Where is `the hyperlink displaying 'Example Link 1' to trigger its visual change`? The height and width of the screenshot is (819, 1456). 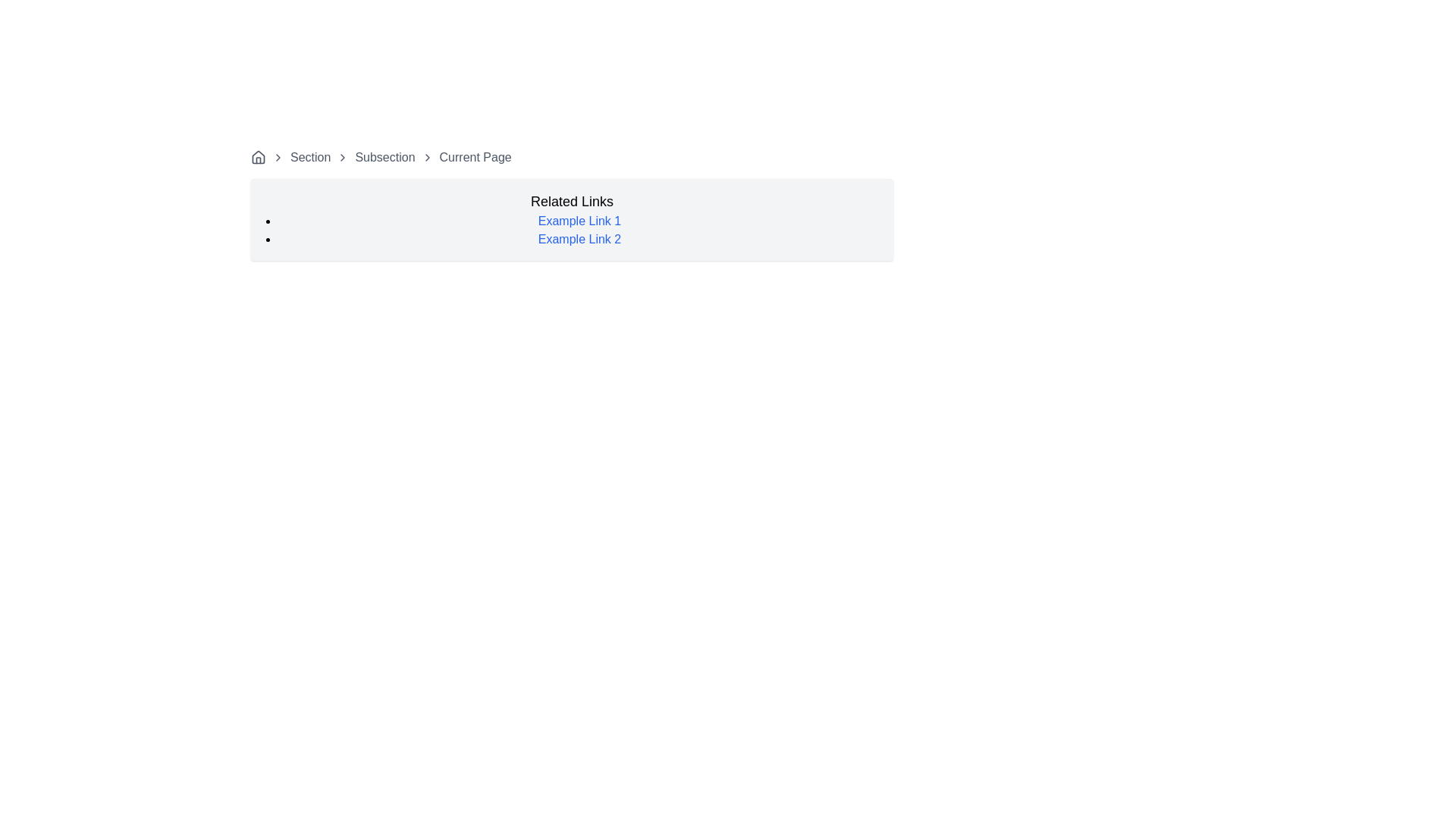 the hyperlink displaying 'Example Link 1' to trigger its visual change is located at coordinates (579, 221).